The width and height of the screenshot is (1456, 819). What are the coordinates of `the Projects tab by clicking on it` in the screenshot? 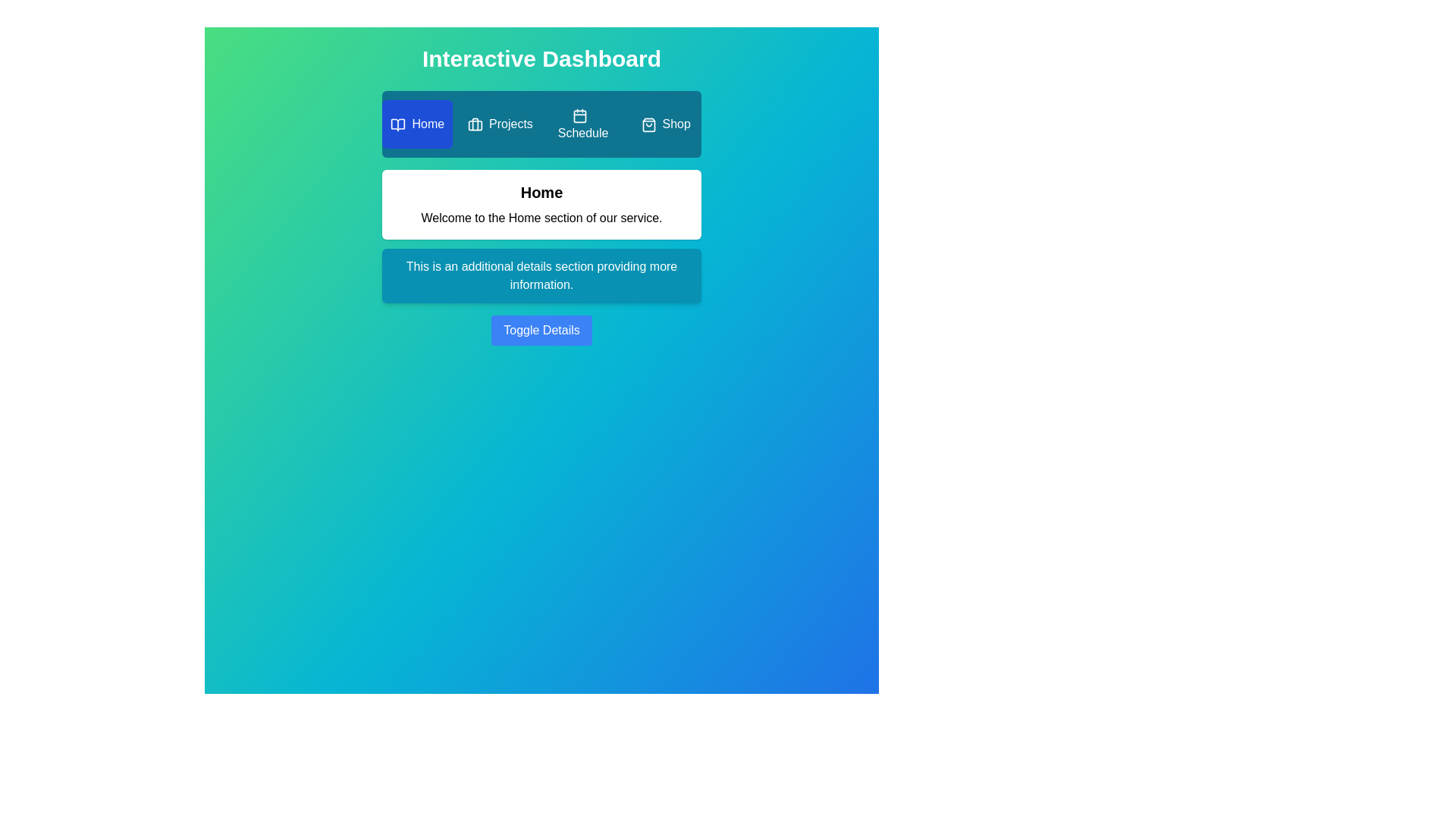 It's located at (500, 124).